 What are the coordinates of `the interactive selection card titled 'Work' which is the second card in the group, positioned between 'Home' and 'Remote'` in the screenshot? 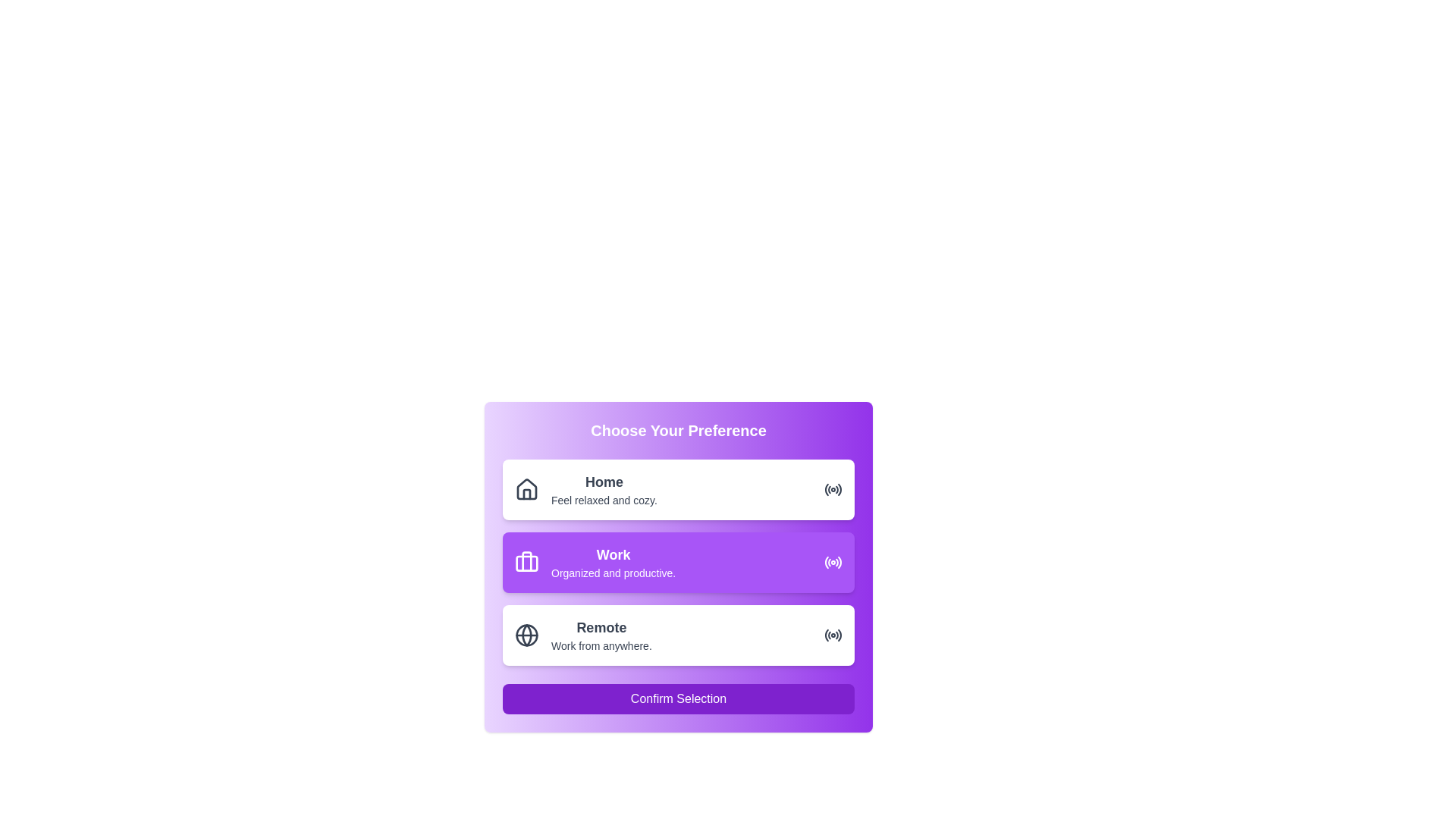 It's located at (677, 562).